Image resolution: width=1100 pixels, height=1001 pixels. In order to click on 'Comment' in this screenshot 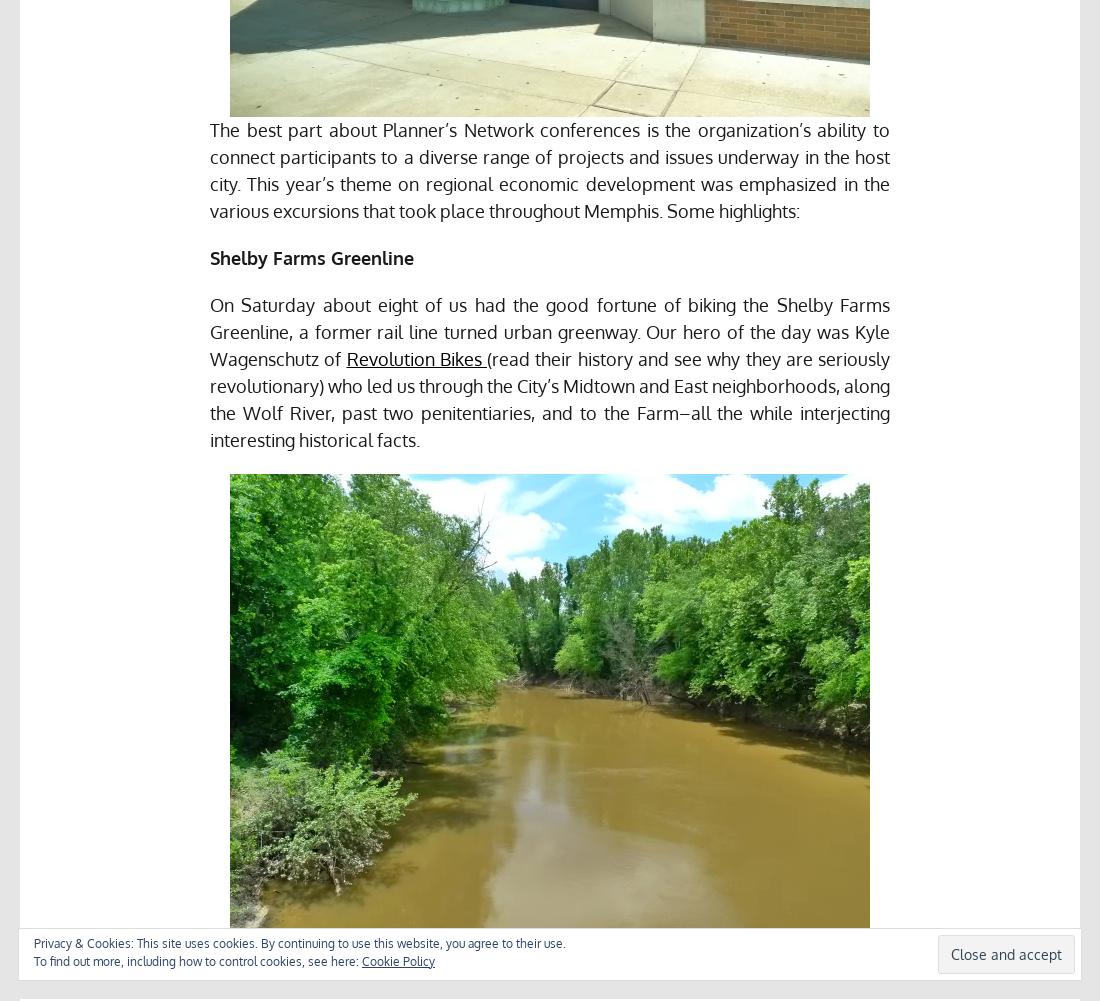, I will do `click(918, 970)`.